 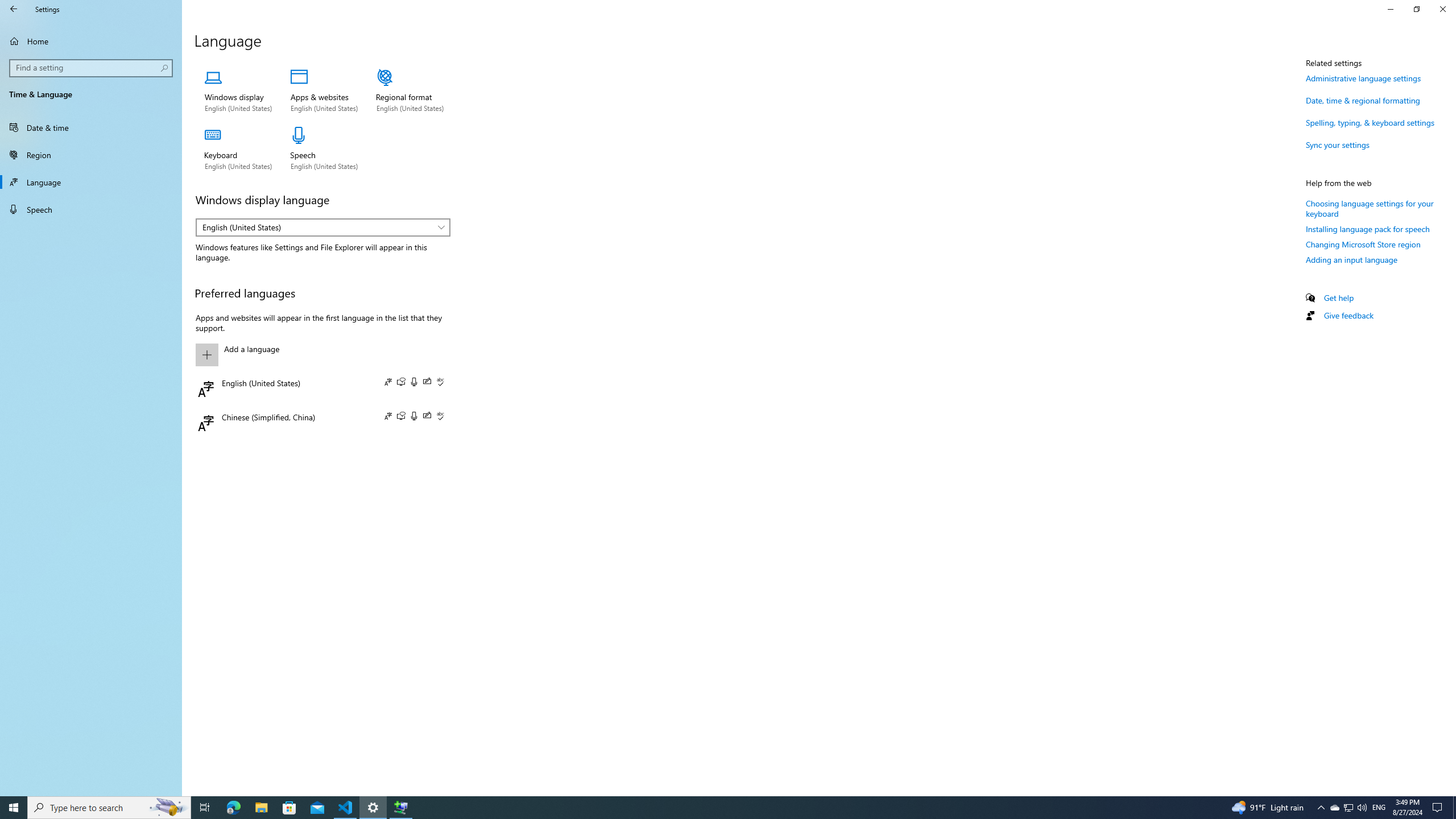 I want to click on 'Back', so click(x=14, y=9).